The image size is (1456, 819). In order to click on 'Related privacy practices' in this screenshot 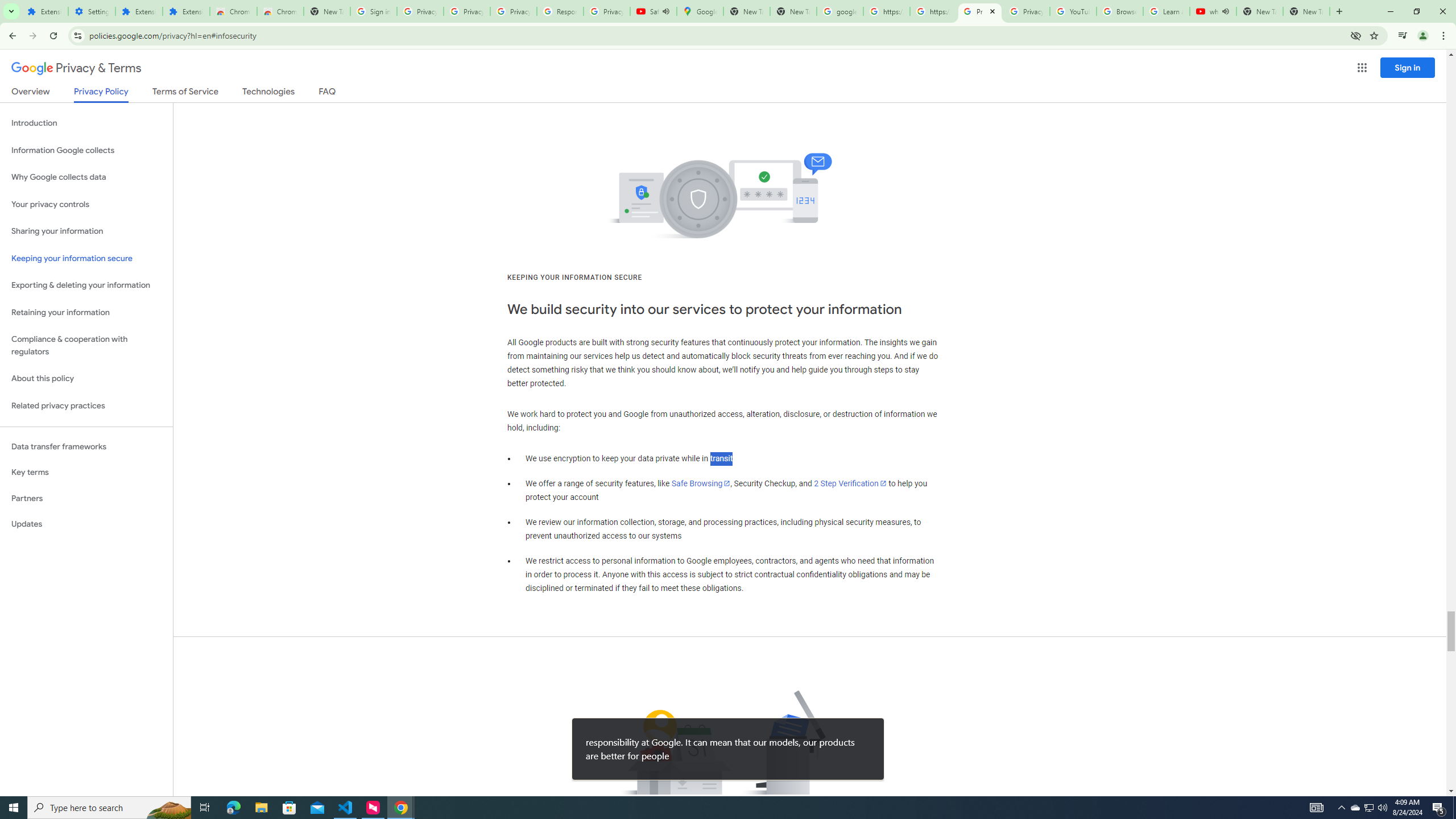, I will do `click(86, 405)`.